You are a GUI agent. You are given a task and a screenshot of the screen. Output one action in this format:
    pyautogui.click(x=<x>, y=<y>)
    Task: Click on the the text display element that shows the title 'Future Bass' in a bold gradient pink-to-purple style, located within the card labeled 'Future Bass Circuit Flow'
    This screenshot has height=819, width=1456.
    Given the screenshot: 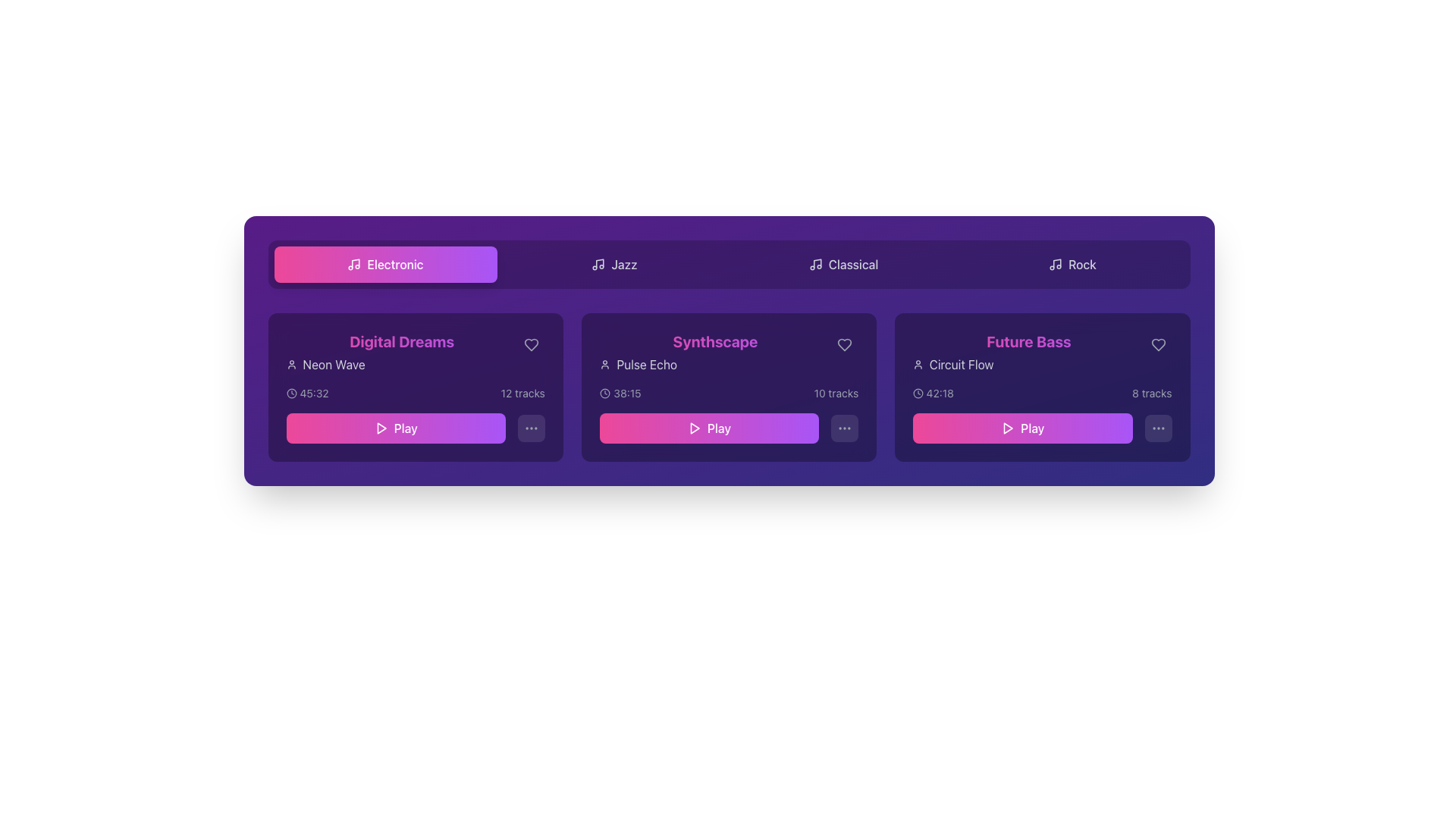 What is the action you would take?
    pyautogui.click(x=1041, y=353)
    